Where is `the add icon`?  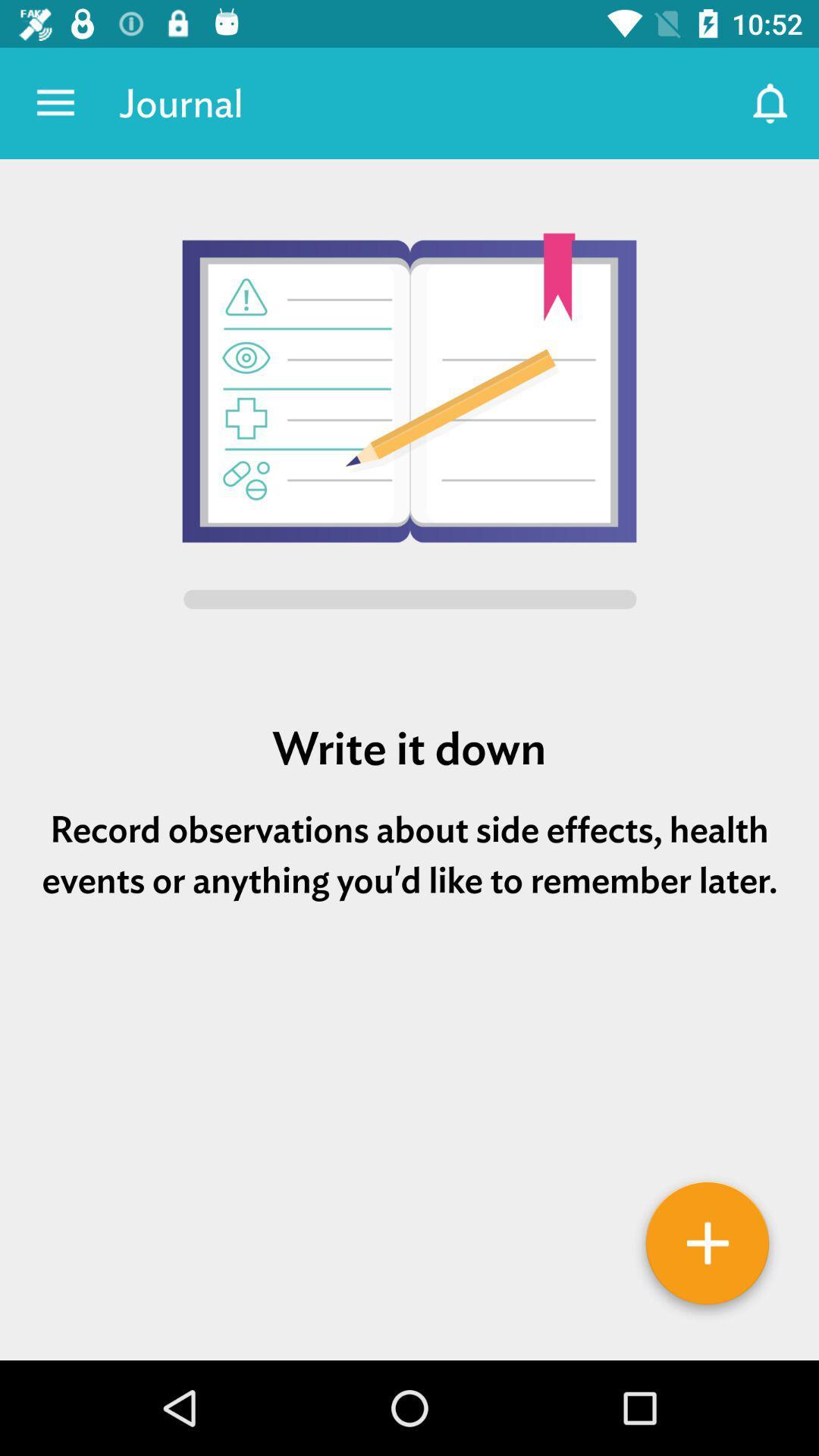
the add icon is located at coordinates (708, 1248).